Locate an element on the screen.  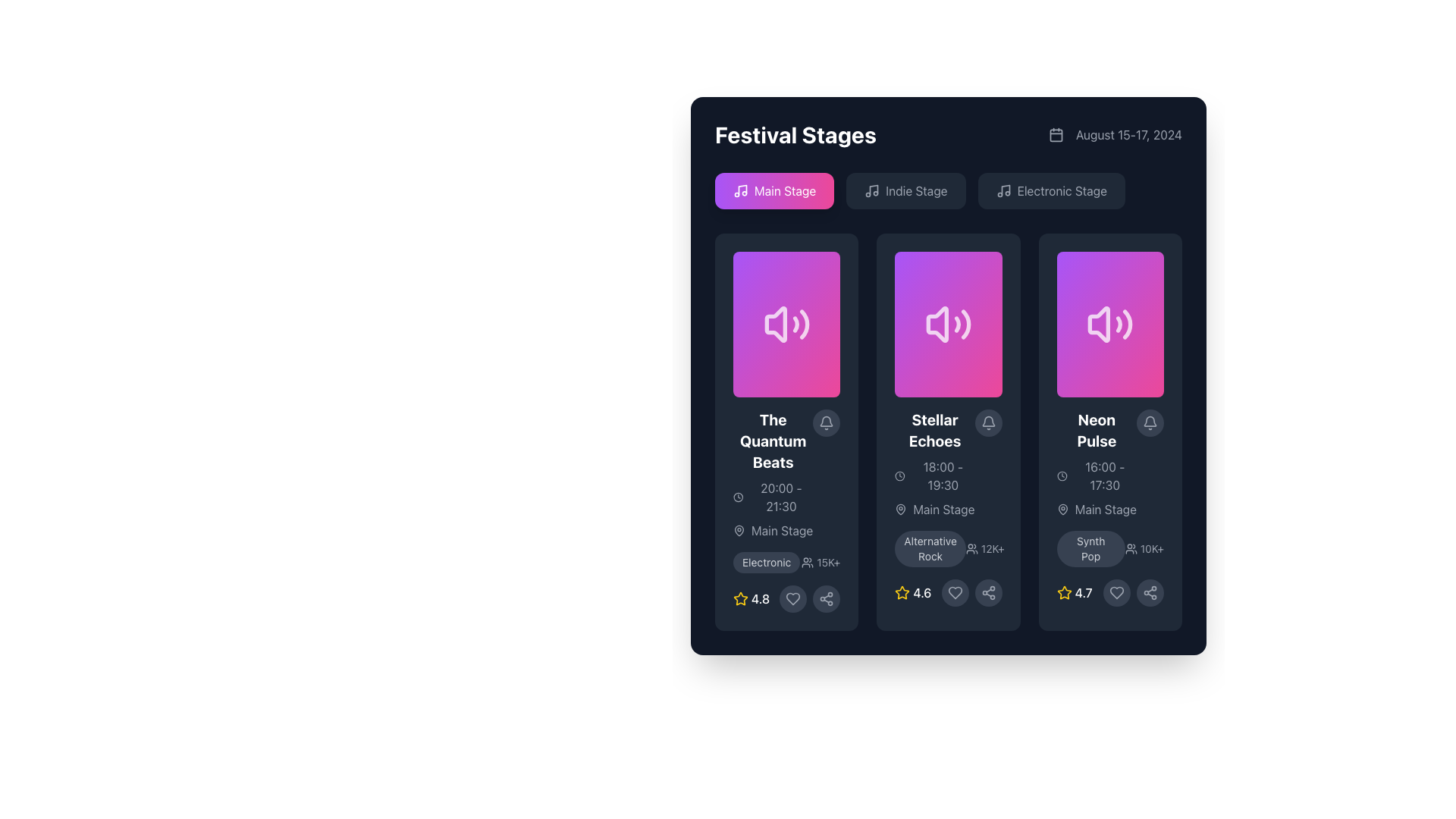
the small speaker icon with sound waves on the left side of the second card in a three-column layout is located at coordinates (937, 324).